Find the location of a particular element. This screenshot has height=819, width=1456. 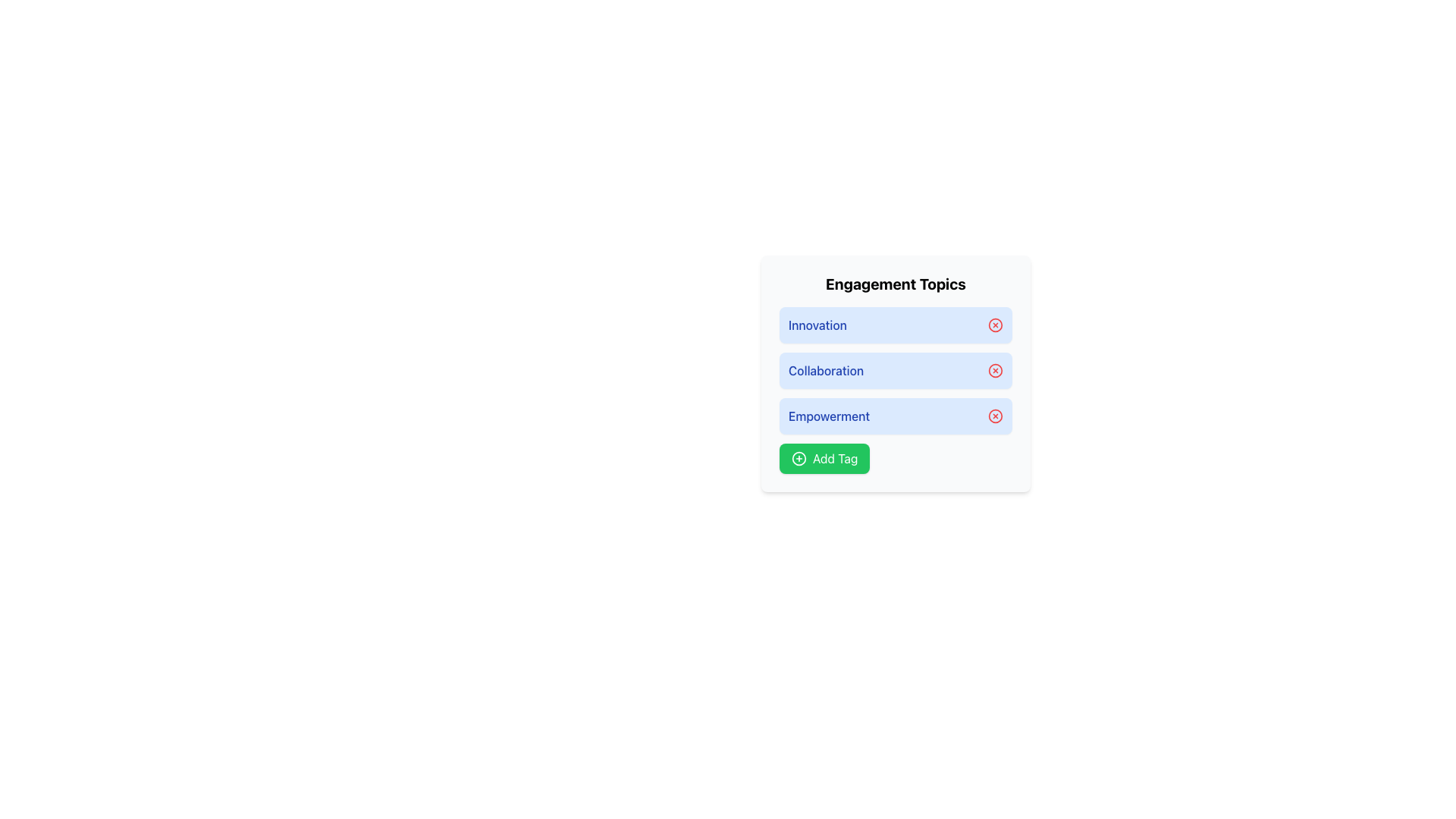

the first circular icon associated with the 'Innovation' tag in the Engagement Topics list for potential additional information or visual feedback is located at coordinates (996, 324).